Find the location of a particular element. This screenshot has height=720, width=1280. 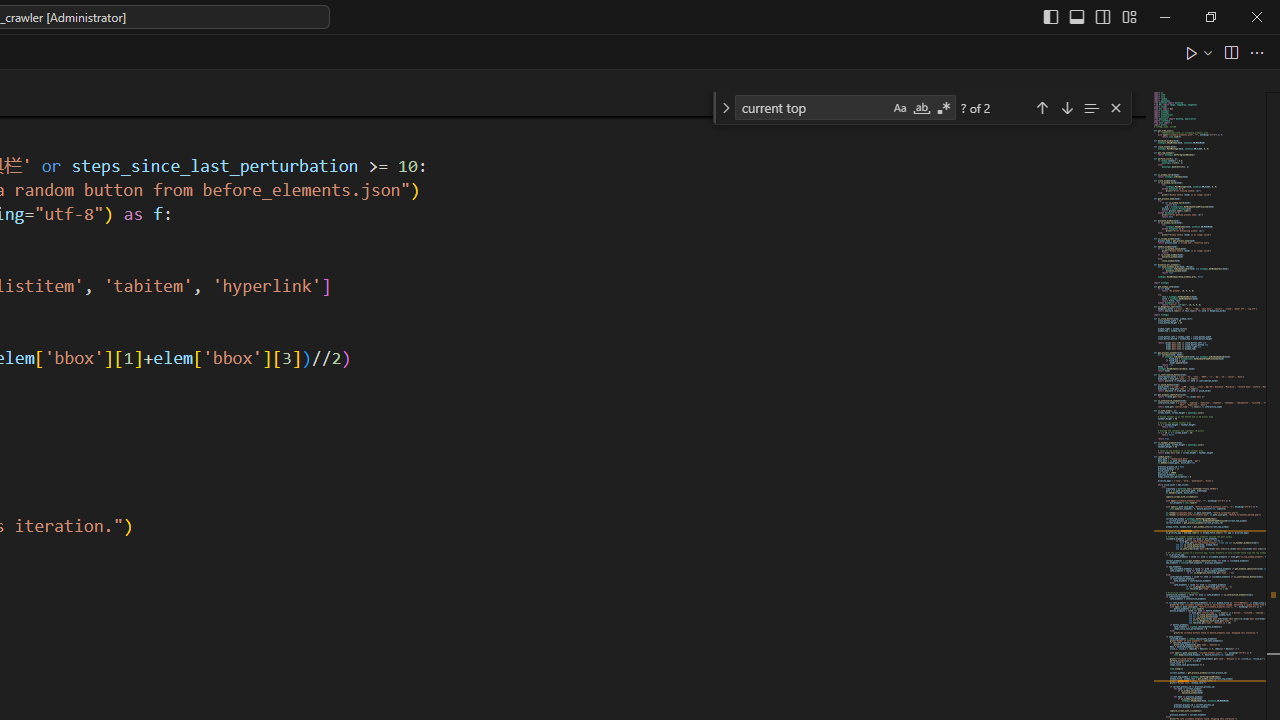

'Toggle Secondary Side Bar (Ctrl+Alt+B)' is located at coordinates (1101, 16).